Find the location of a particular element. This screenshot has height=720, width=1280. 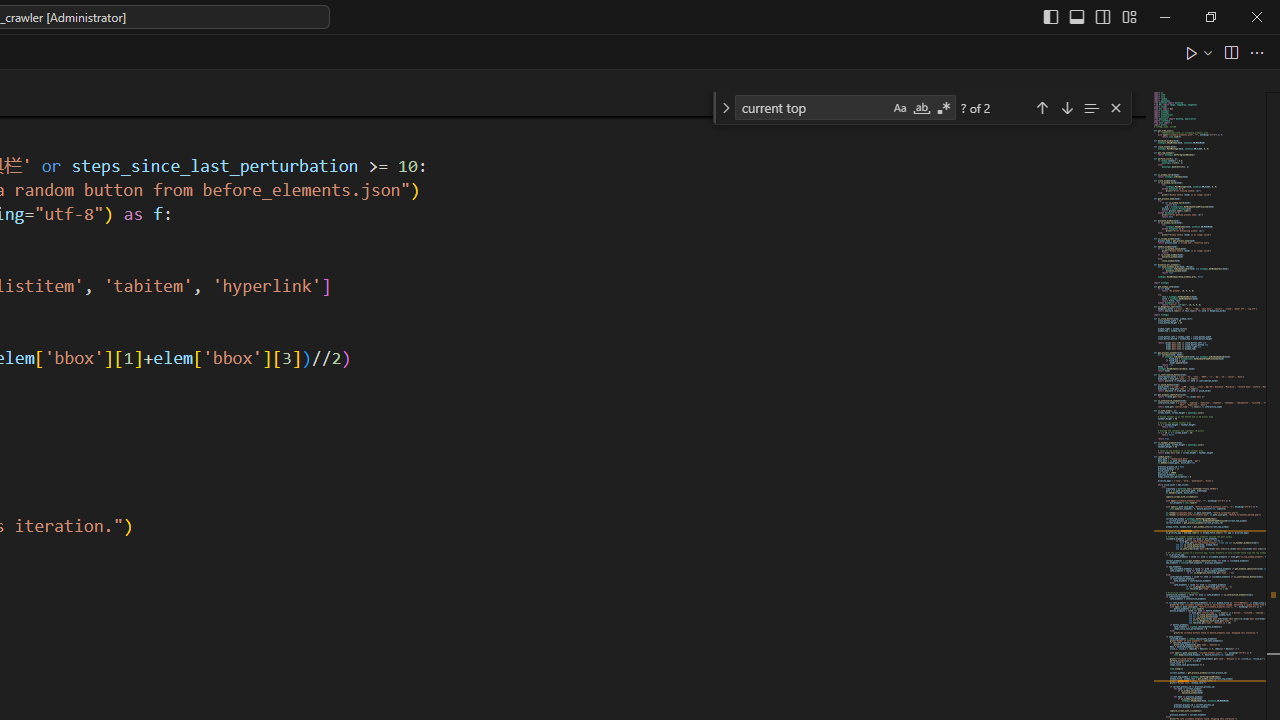

'Toggle Secondary Side Bar (Ctrl+Alt+B)' is located at coordinates (1101, 16).